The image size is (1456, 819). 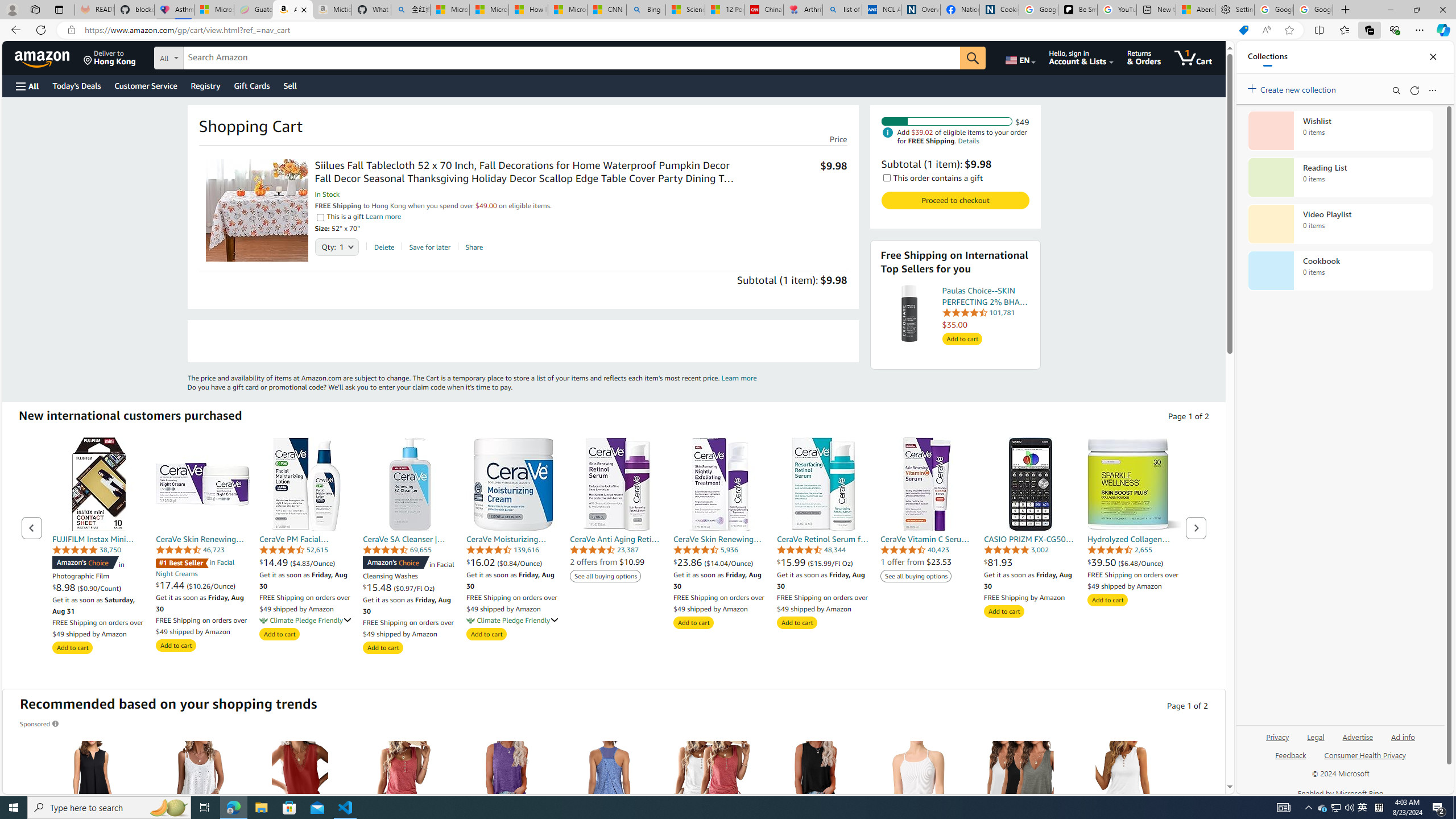 What do you see at coordinates (109, 57) in the screenshot?
I see `'Deliver to Hong Kong'` at bounding box center [109, 57].